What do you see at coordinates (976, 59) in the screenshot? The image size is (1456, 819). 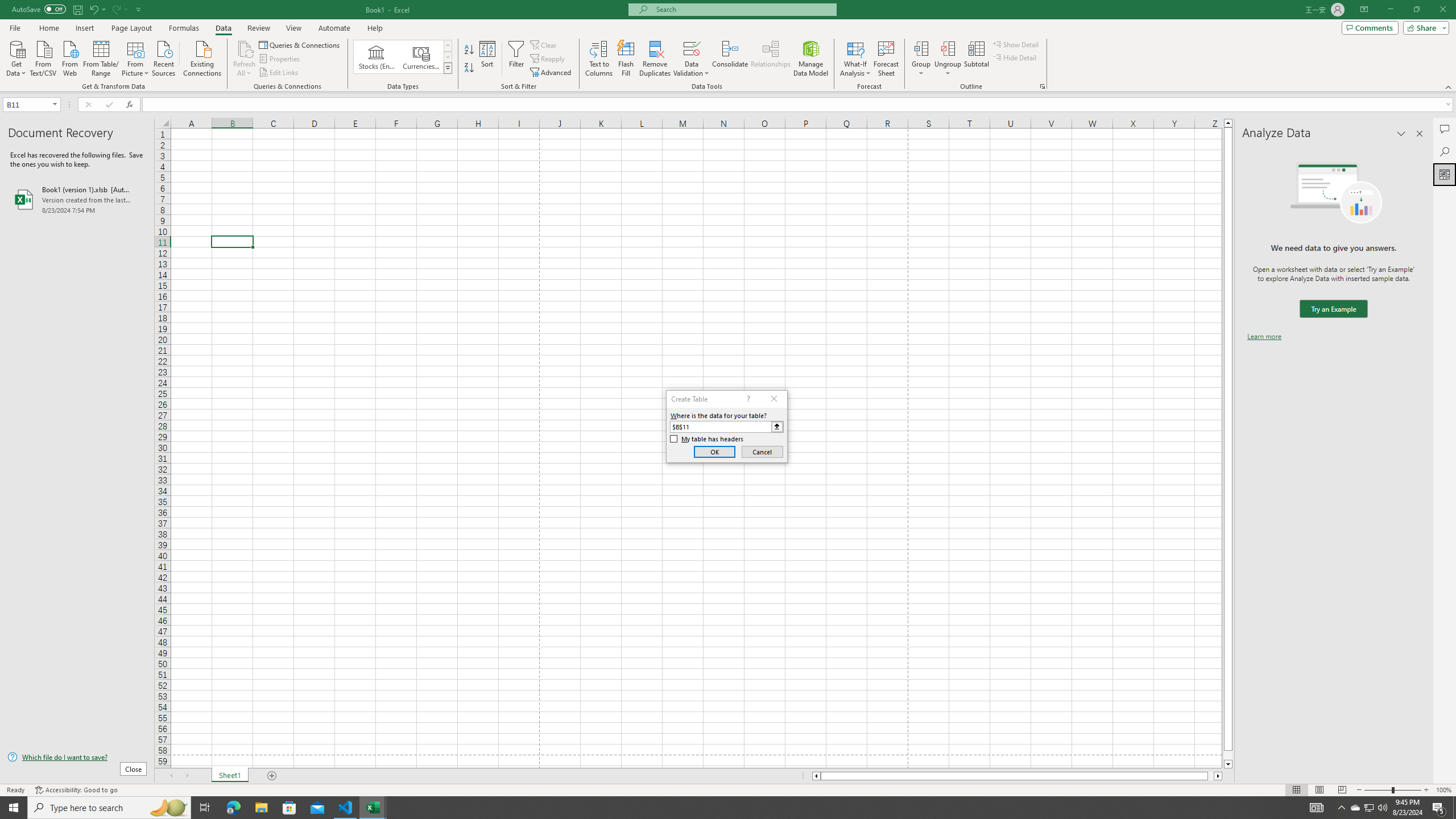 I see `'Subtotal'` at bounding box center [976, 59].